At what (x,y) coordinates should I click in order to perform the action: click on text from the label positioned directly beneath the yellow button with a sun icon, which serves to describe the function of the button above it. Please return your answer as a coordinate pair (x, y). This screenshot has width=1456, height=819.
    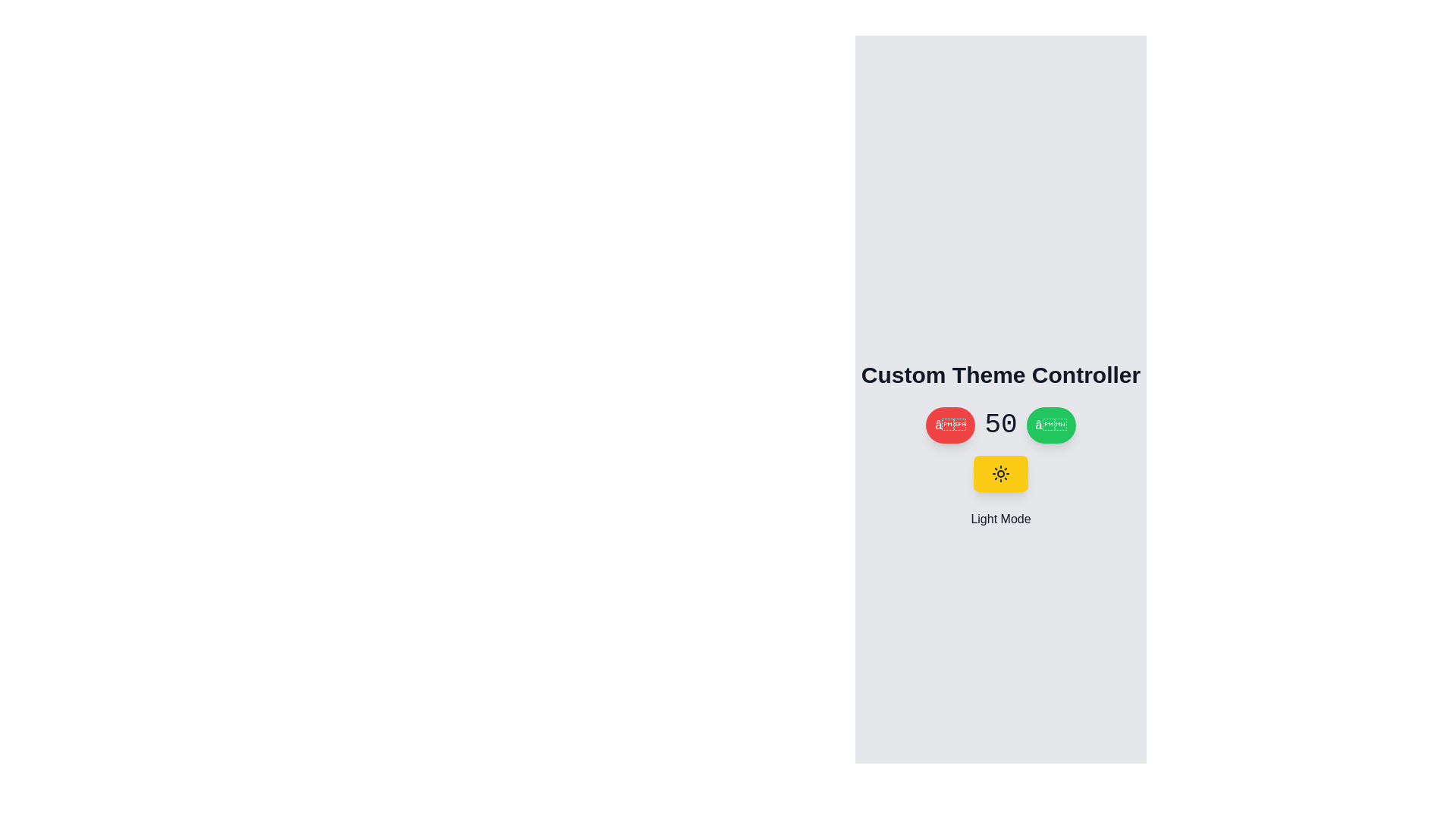
    Looking at the image, I should click on (1001, 519).